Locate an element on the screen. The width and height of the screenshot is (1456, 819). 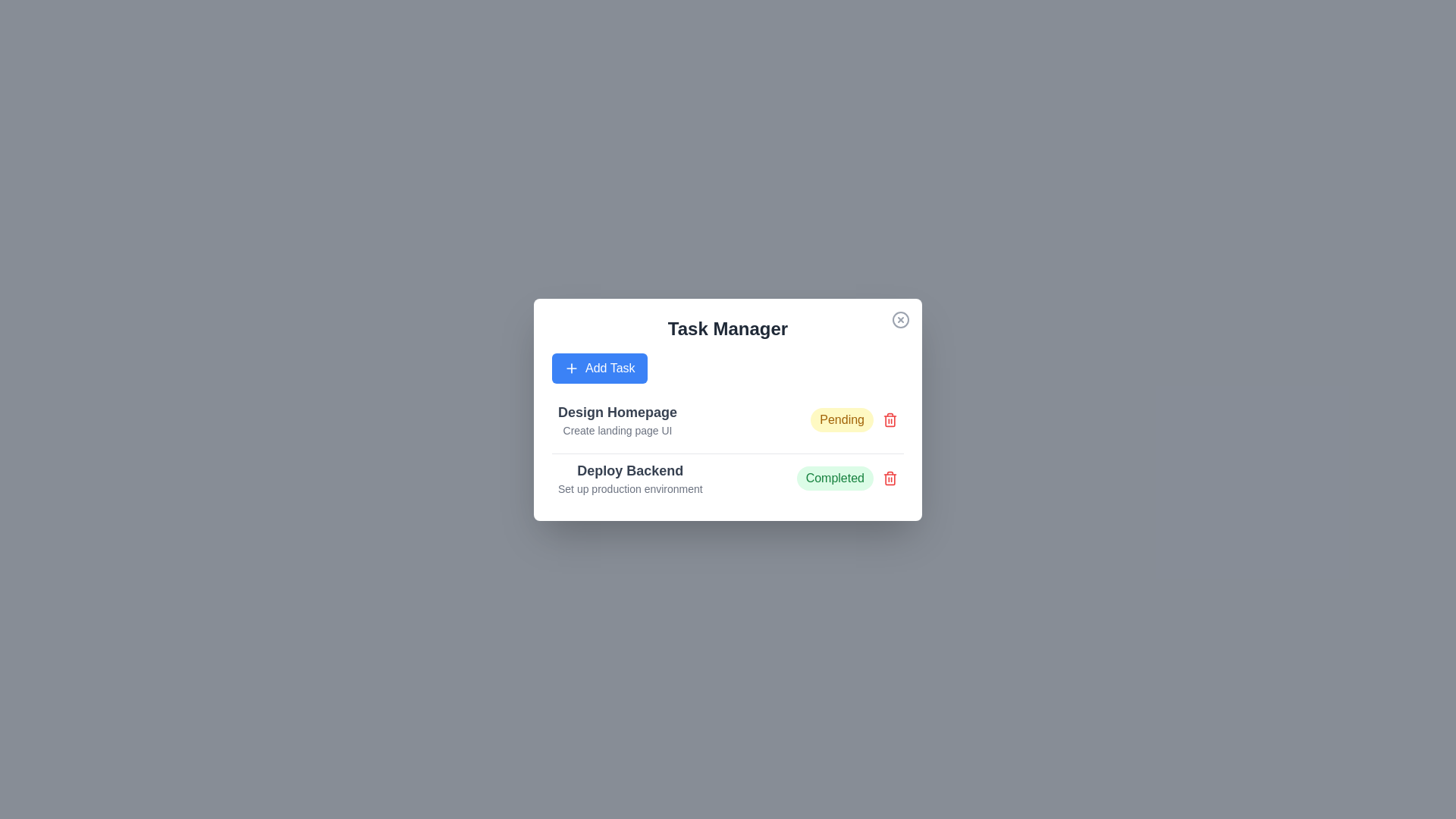
the text element that describes the 'Design Homepage' task in the 'Task Manager' interface, located immediately below the main task title is located at coordinates (617, 430).